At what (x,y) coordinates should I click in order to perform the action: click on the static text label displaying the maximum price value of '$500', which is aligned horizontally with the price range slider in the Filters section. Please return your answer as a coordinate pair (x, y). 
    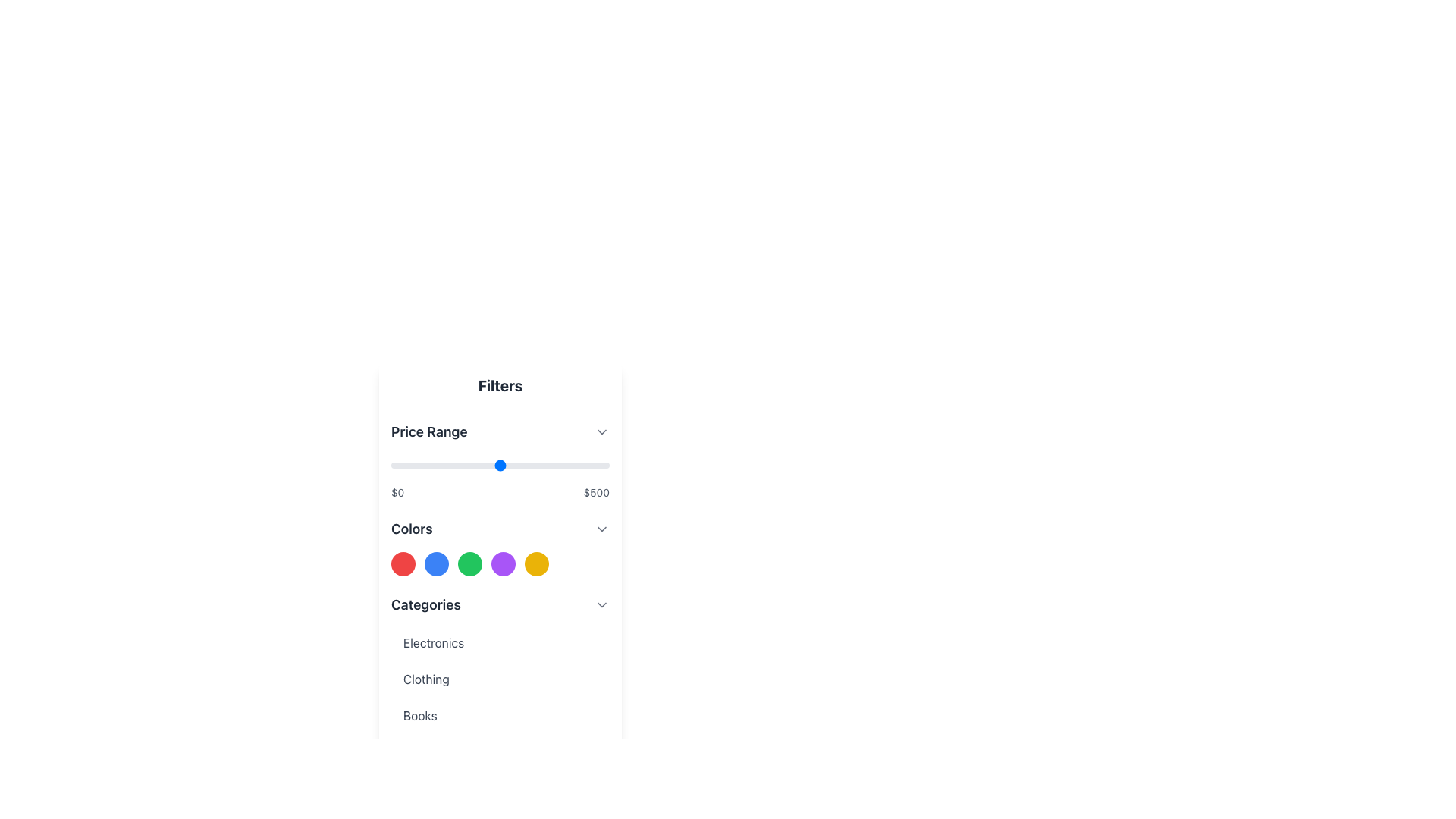
    Looking at the image, I should click on (595, 493).